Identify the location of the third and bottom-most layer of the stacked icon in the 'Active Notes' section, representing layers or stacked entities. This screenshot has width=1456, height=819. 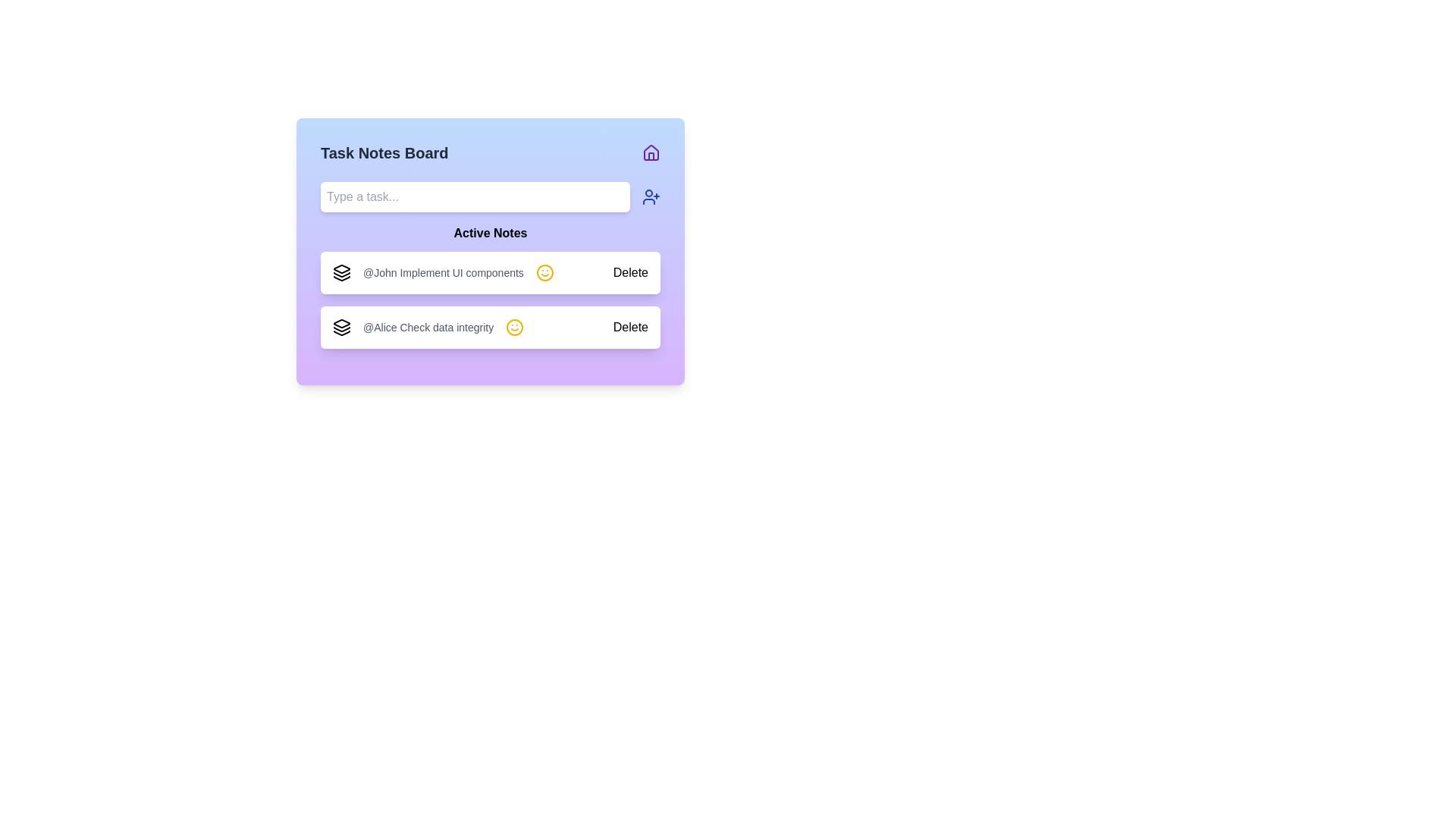
(341, 332).